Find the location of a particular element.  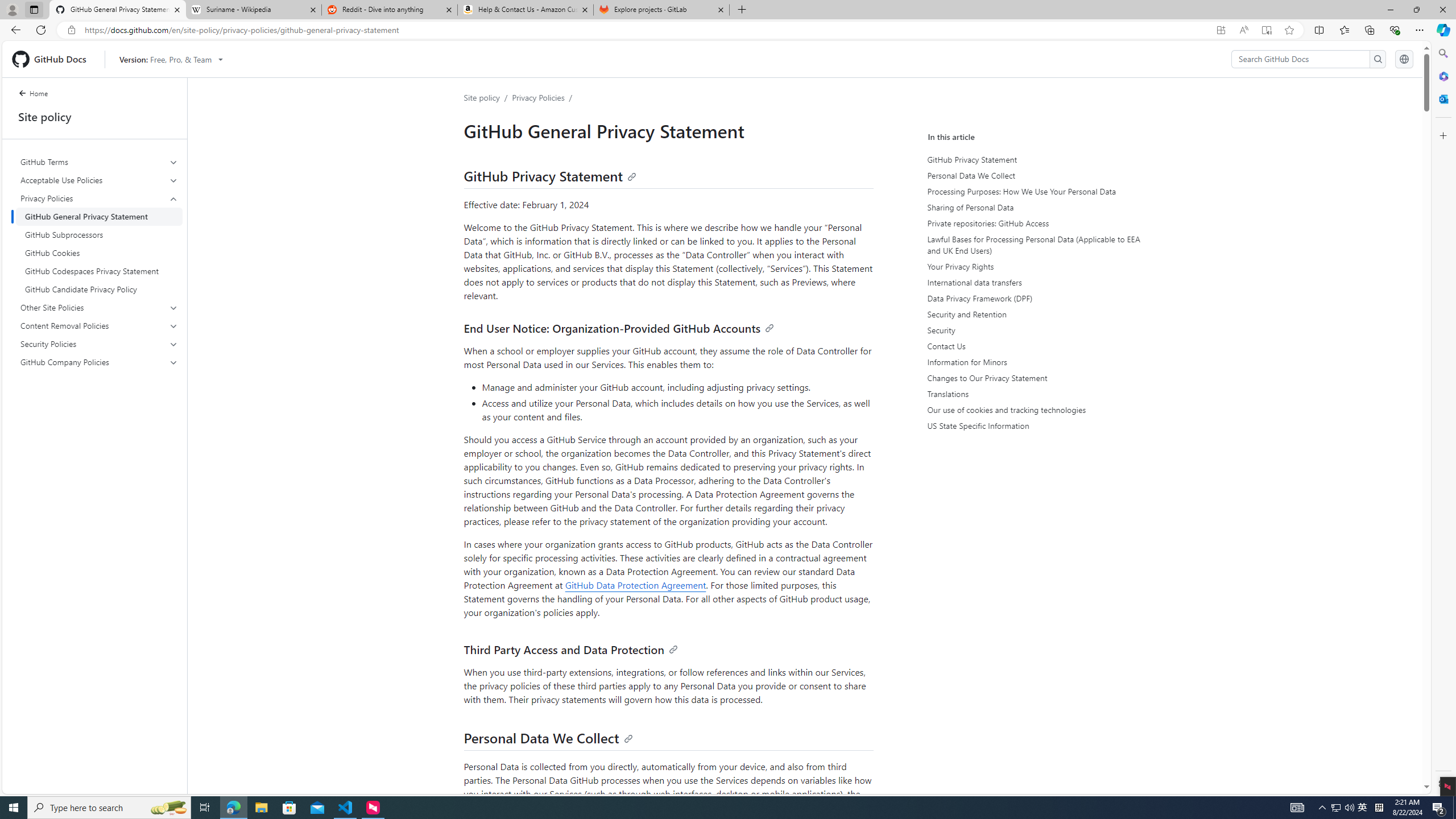

'Suriname - Wikipedia' is located at coordinates (253, 9).